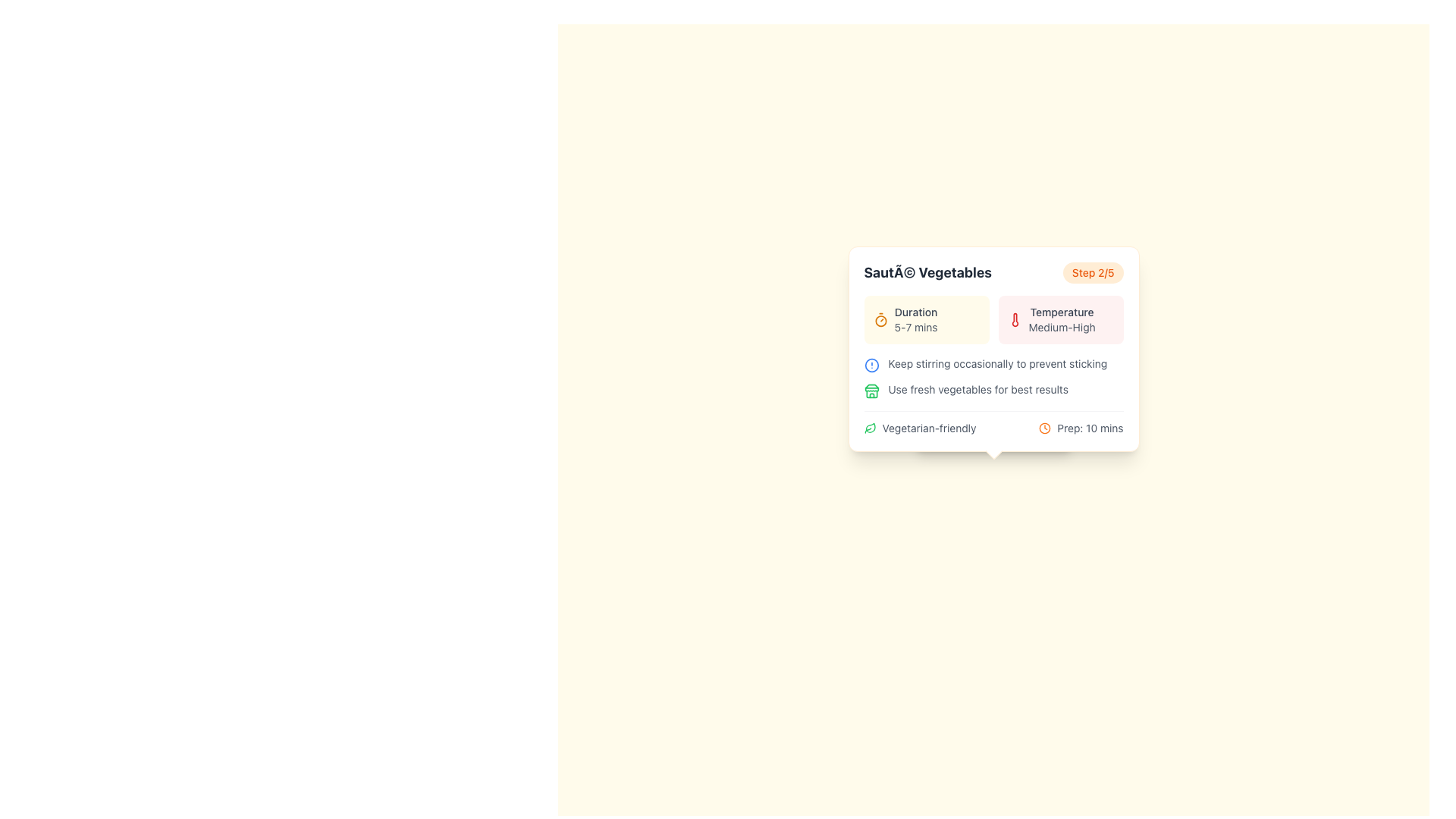 This screenshot has height=819, width=1456. I want to click on the text label displaying preparation time information located to the right of the clock icon in the recipe card's footer section, so click(1089, 428).